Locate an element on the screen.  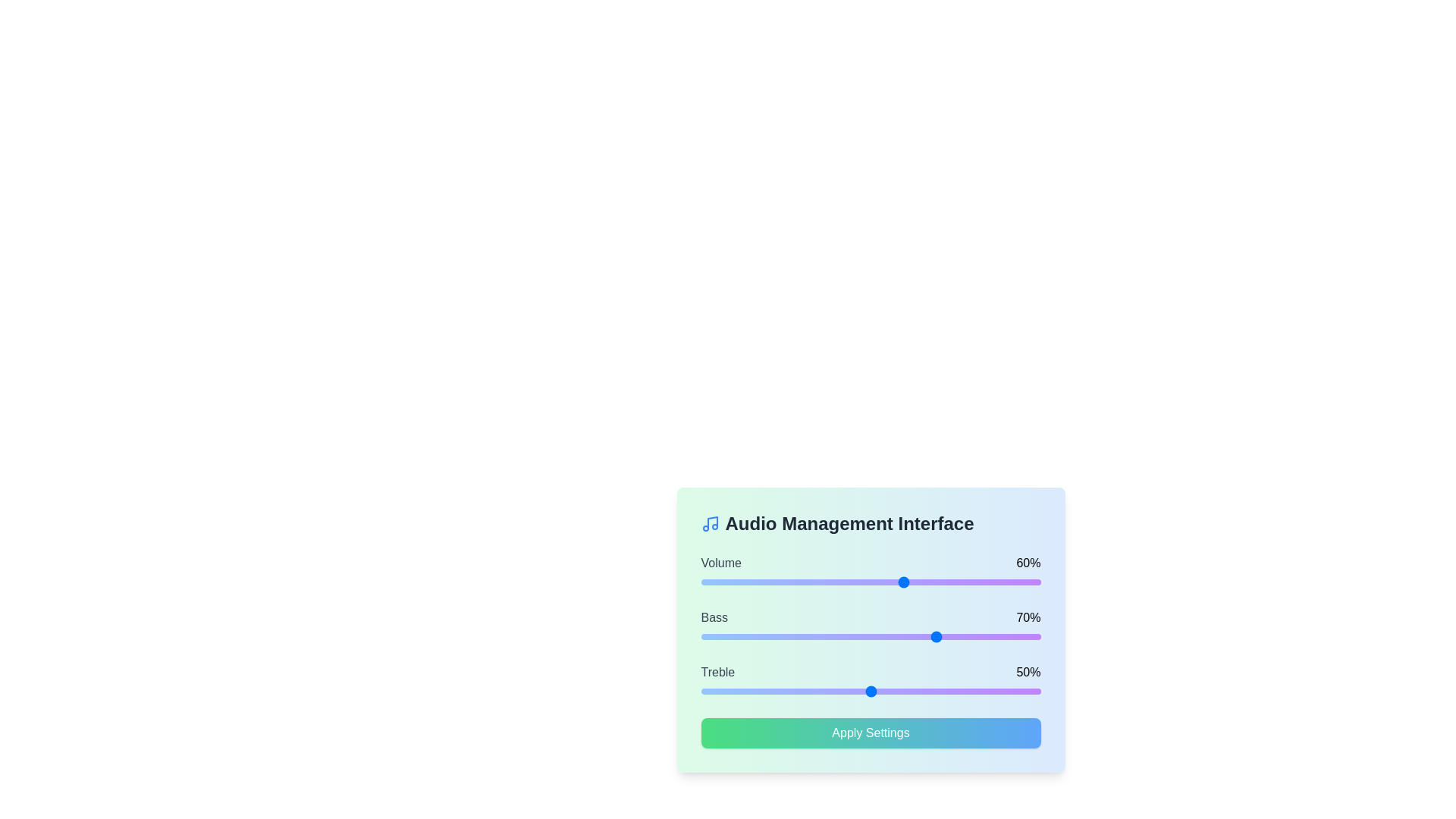
the treble level is located at coordinates (854, 691).